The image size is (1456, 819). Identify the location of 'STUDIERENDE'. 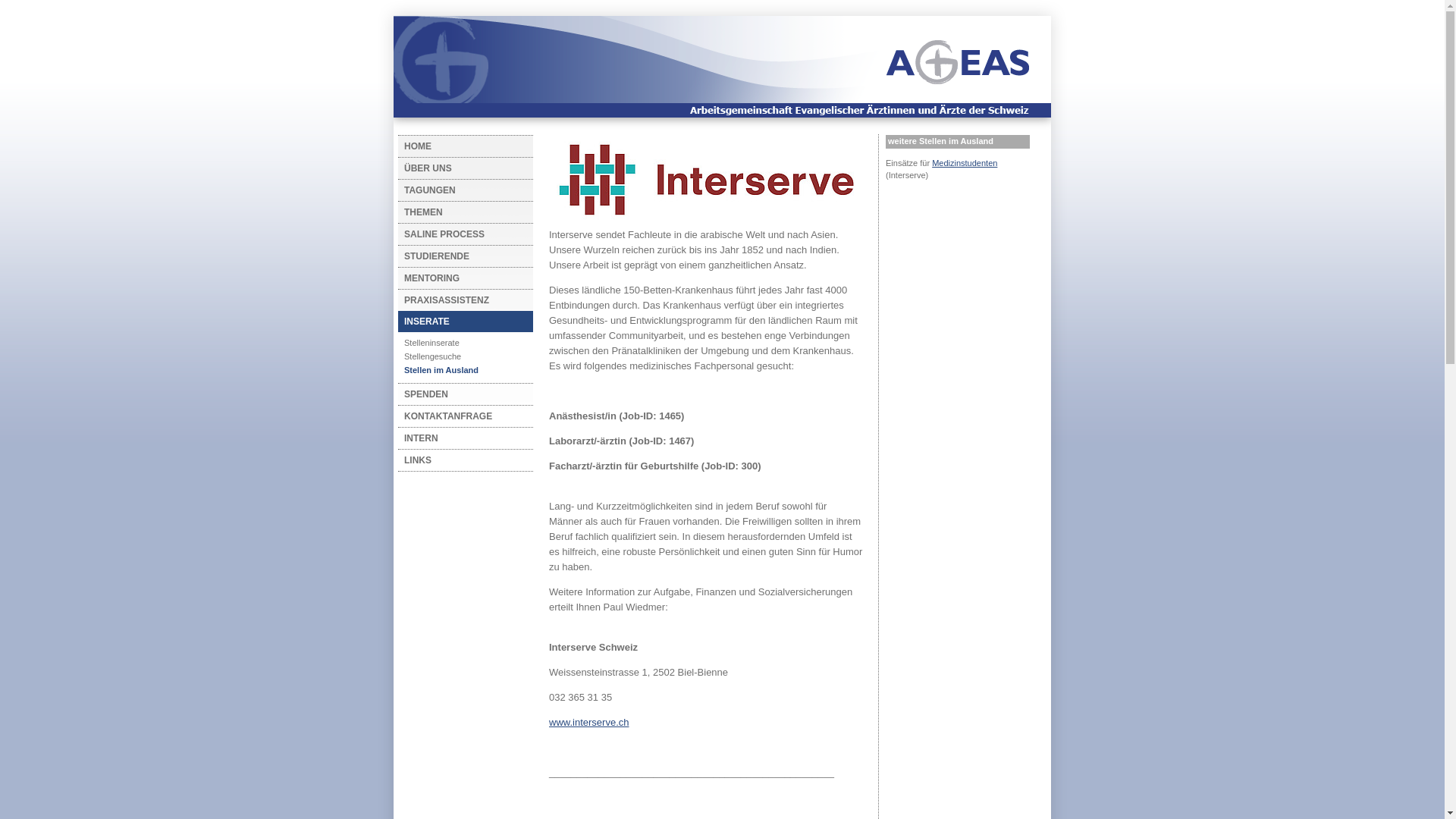
(397, 256).